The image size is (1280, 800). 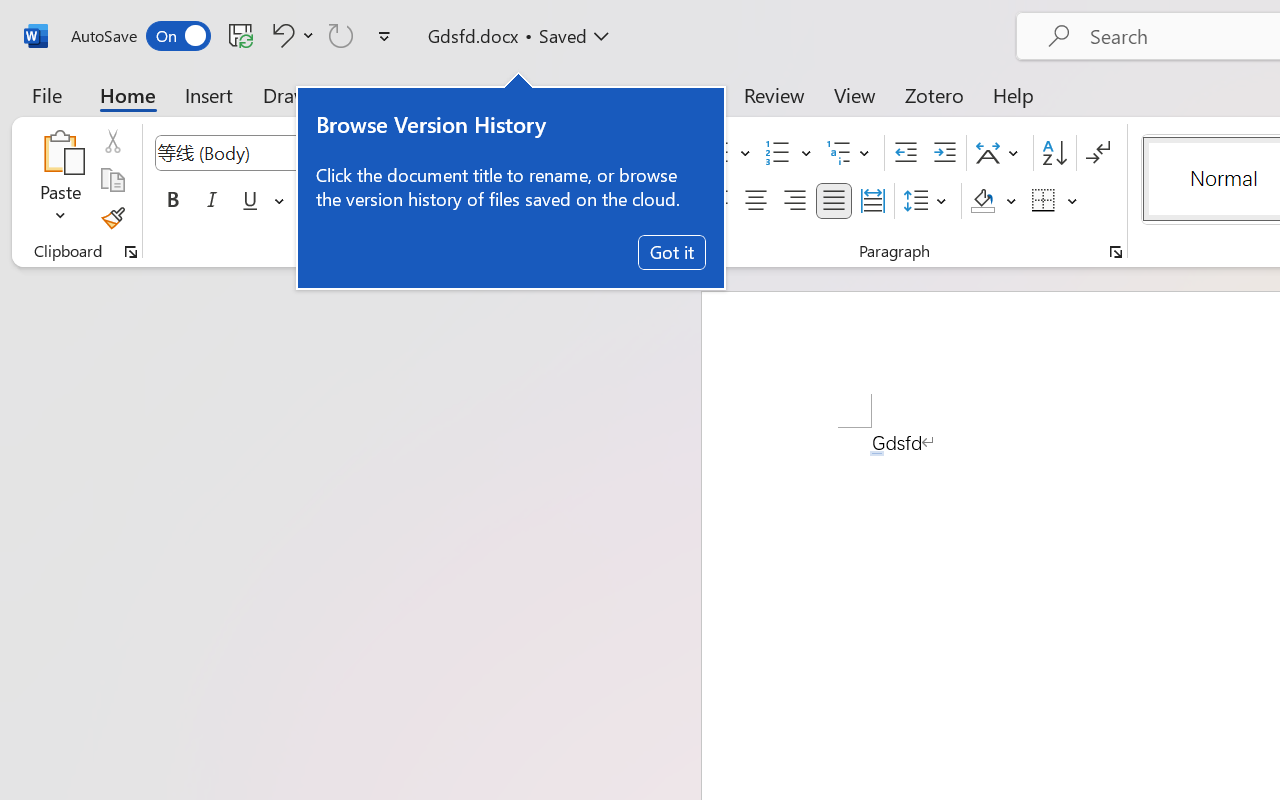 What do you see at coordinates (872, 201) in the screenshot?
I see `'Distributed'` at bounding box center [872, 201].